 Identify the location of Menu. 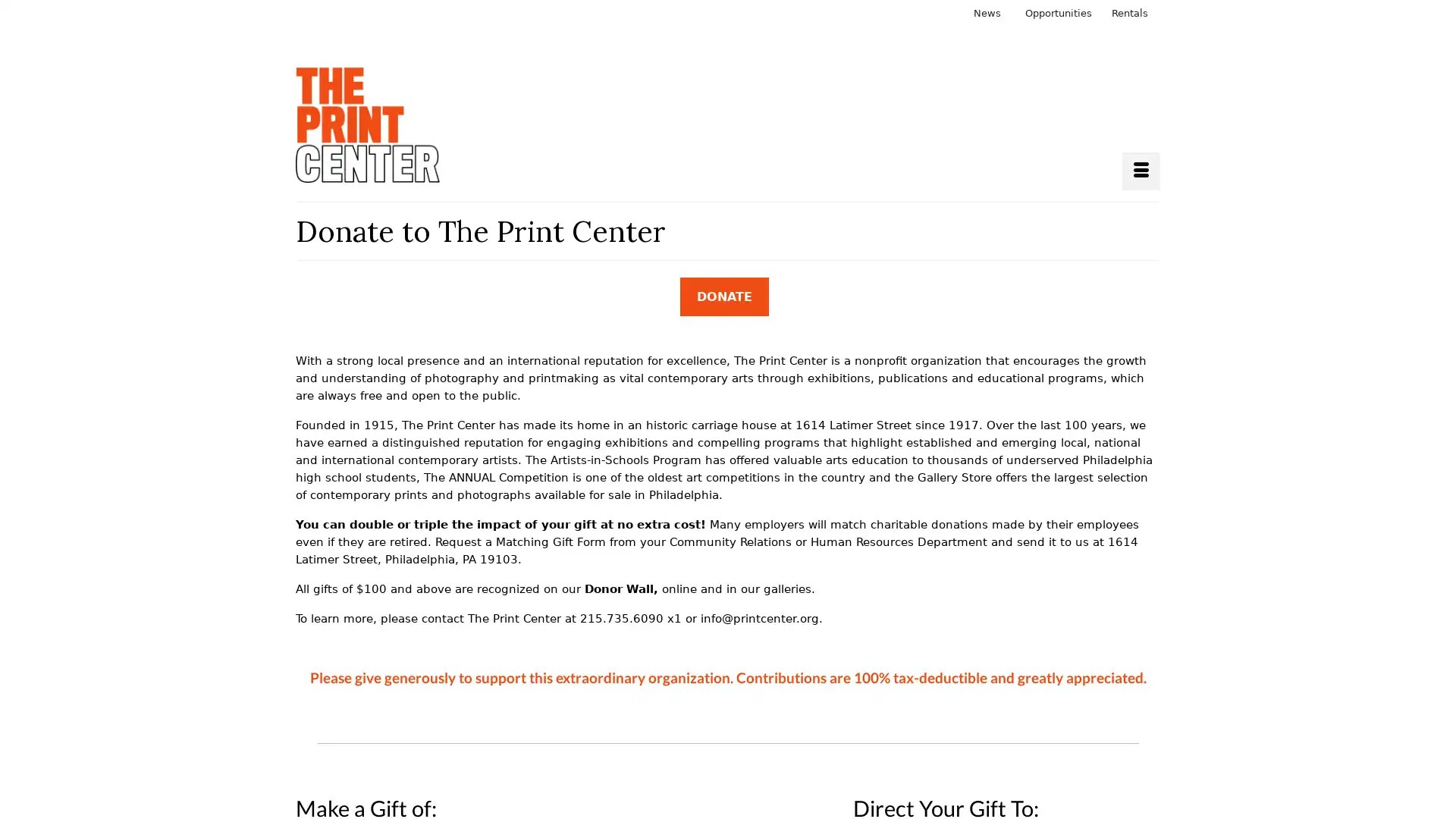
(1141, 171).